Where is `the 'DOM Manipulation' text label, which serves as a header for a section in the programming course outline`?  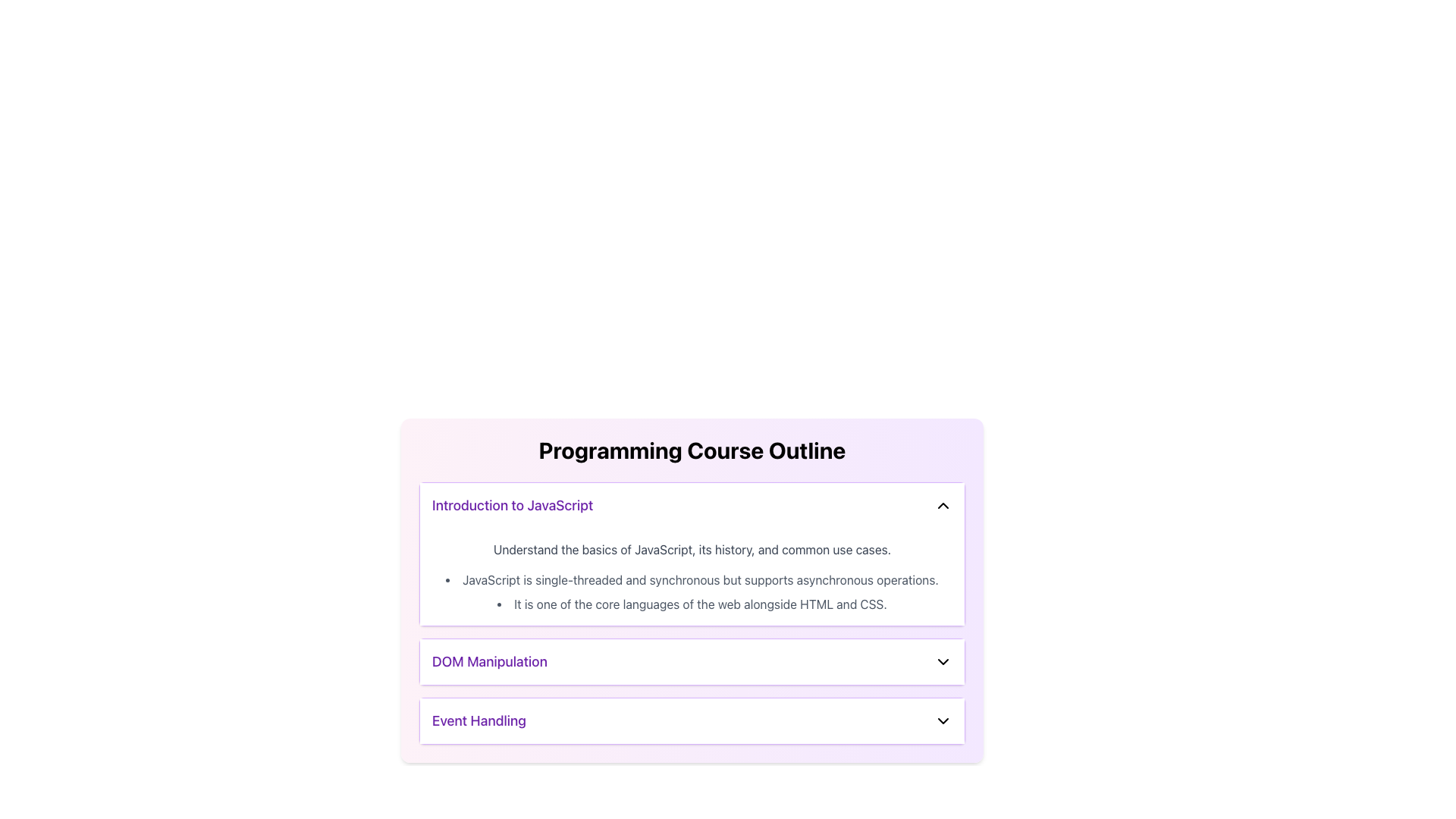
the 'DOM Manipulation' text label, which serves as a header for a section in the programming course outline is located at coordinates (489, 661).